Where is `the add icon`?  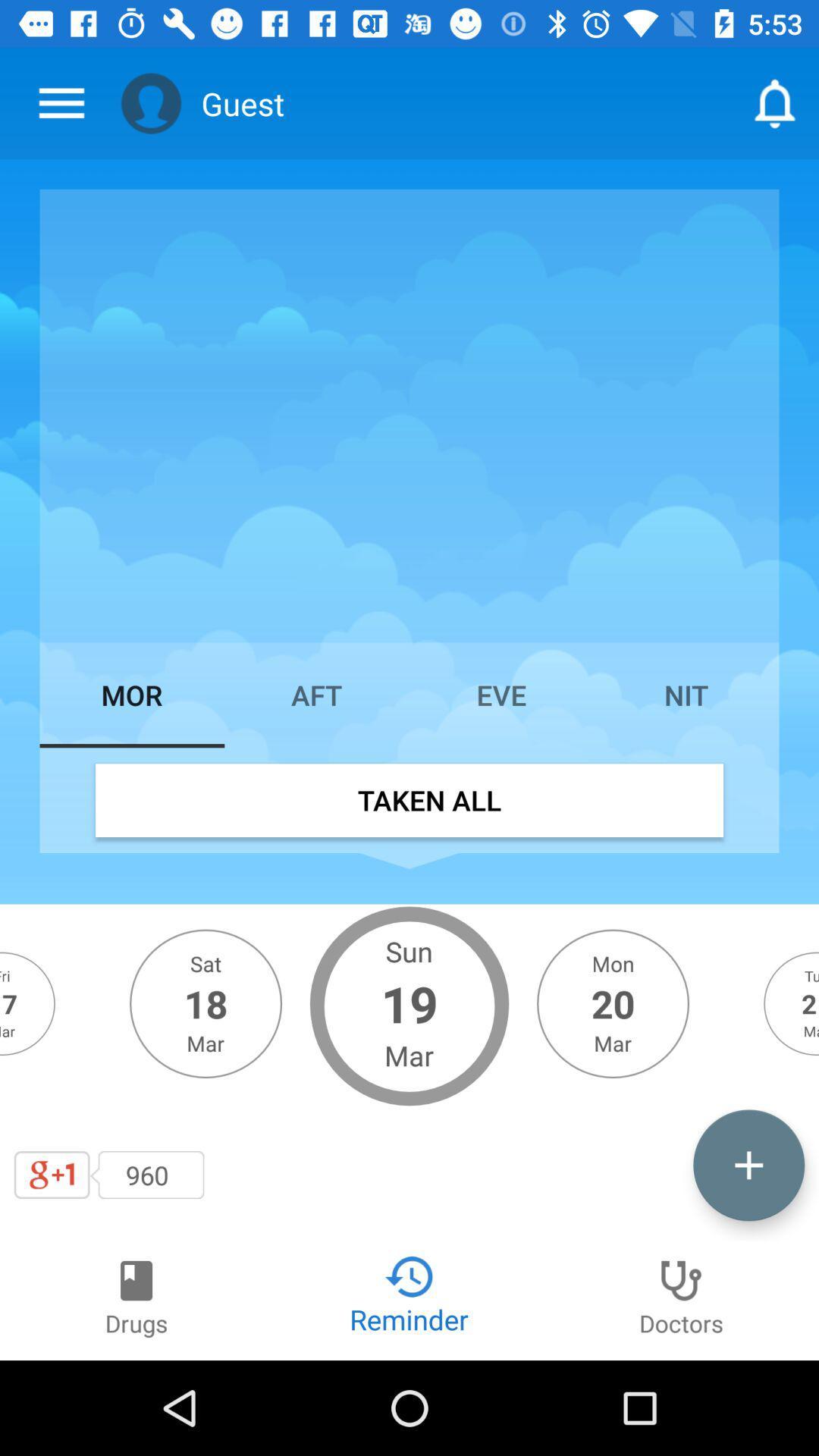 the add icon is located at coordinates (748, 1164).